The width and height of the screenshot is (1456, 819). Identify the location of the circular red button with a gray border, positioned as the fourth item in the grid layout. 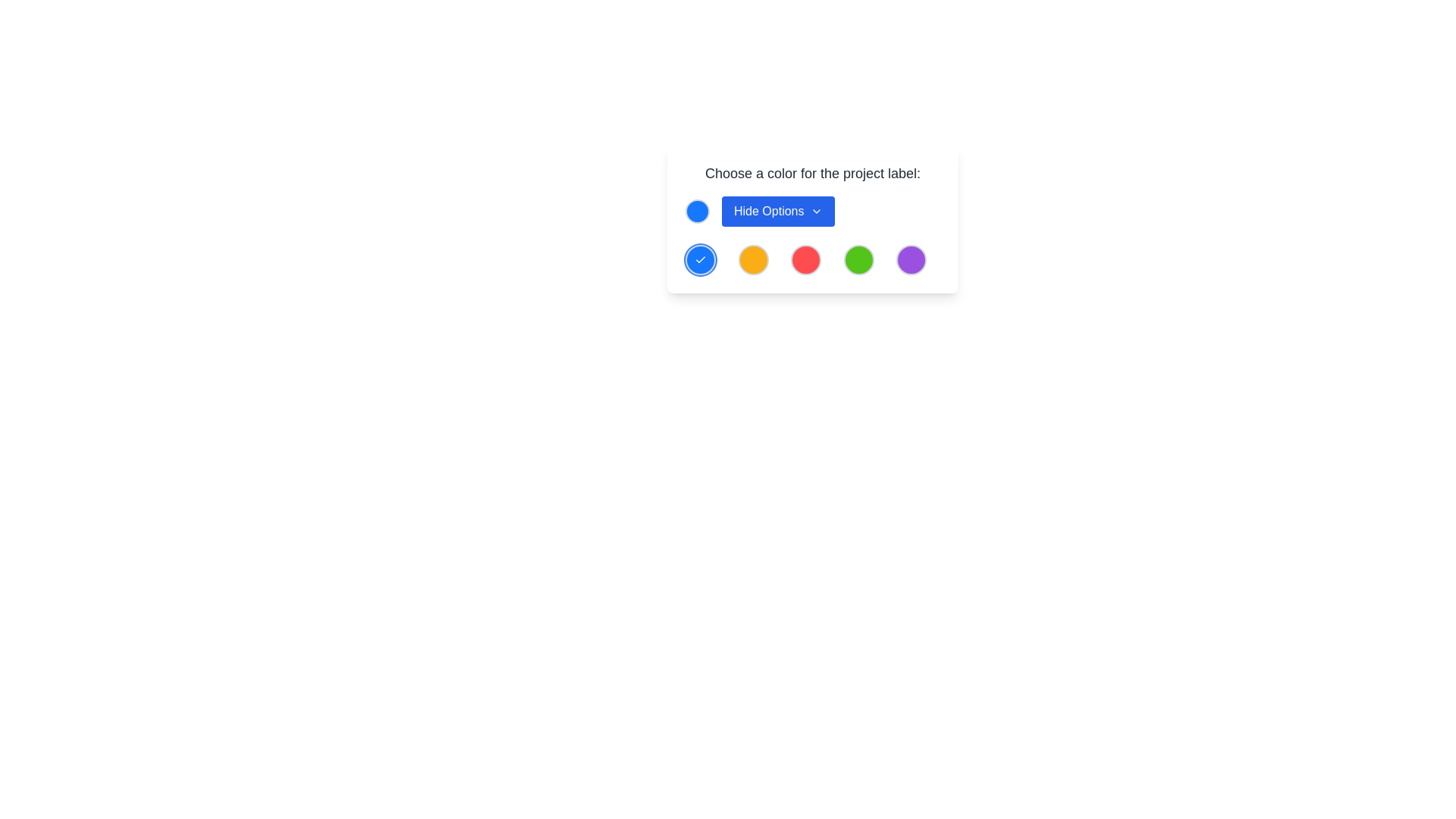
(805, 259).